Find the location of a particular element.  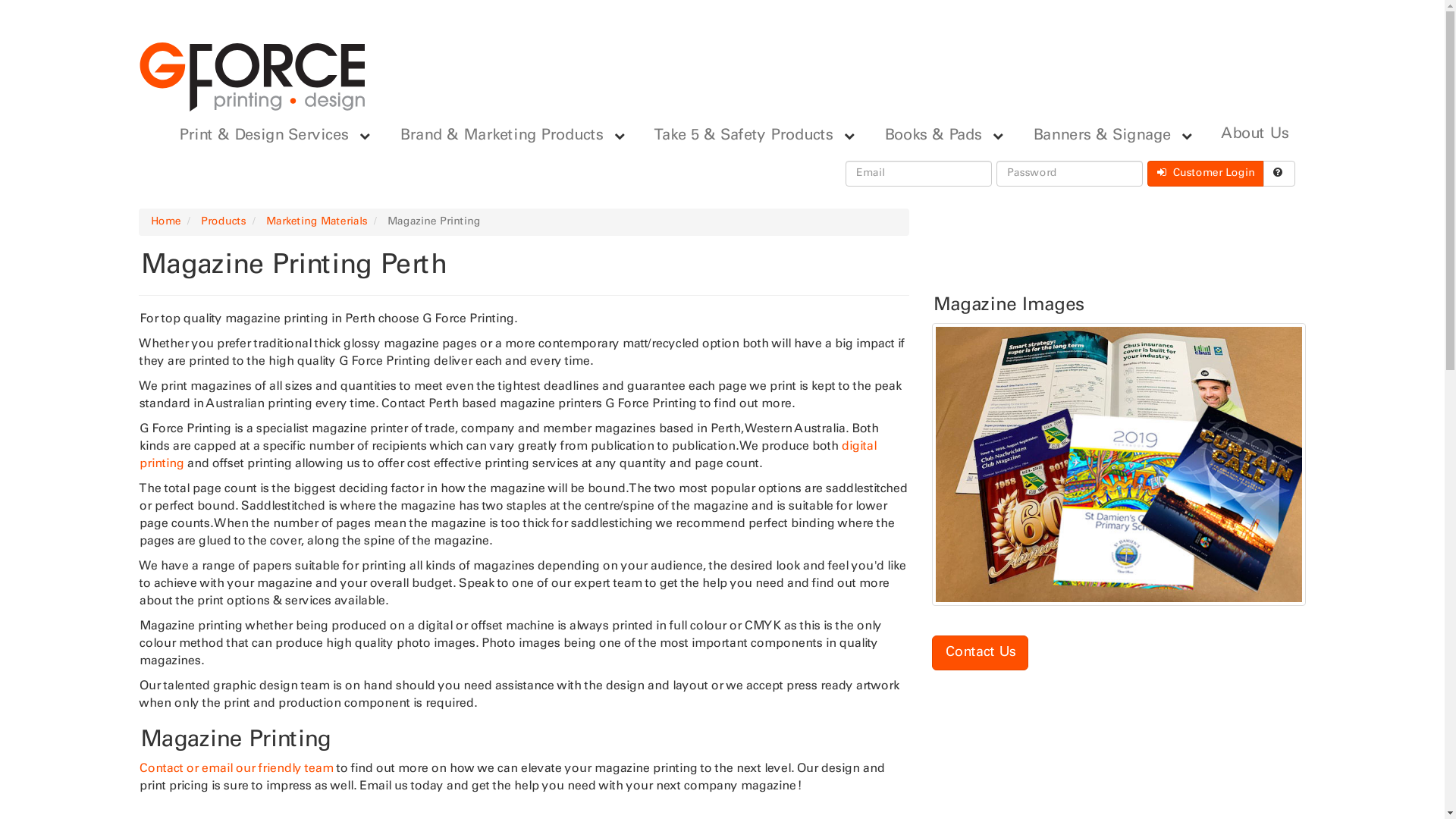

'  Customer Login' is located at coordinates (1203, 172).